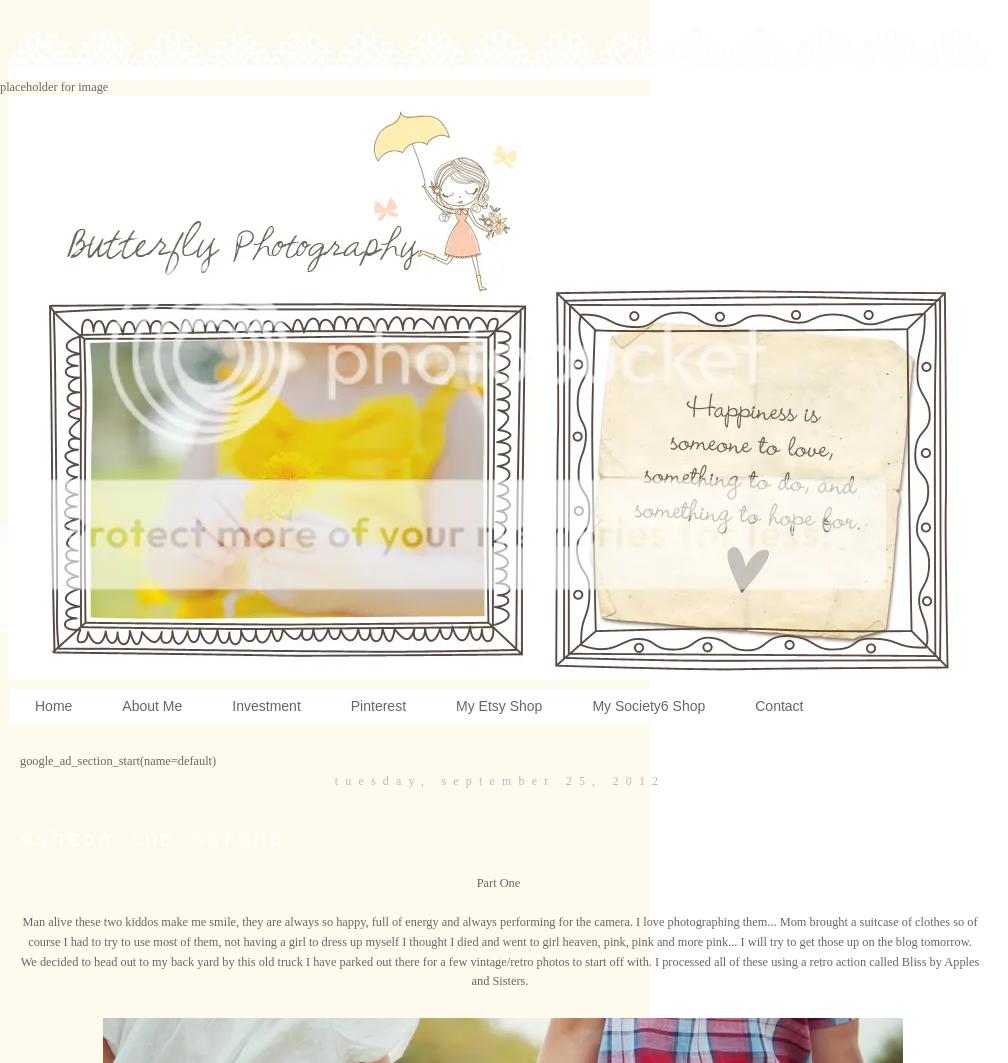 This screenshot has width=1008, height=1063. Describe the element at coordinates (152, 705) in the screenshot. I see `'About Me'` at that location.